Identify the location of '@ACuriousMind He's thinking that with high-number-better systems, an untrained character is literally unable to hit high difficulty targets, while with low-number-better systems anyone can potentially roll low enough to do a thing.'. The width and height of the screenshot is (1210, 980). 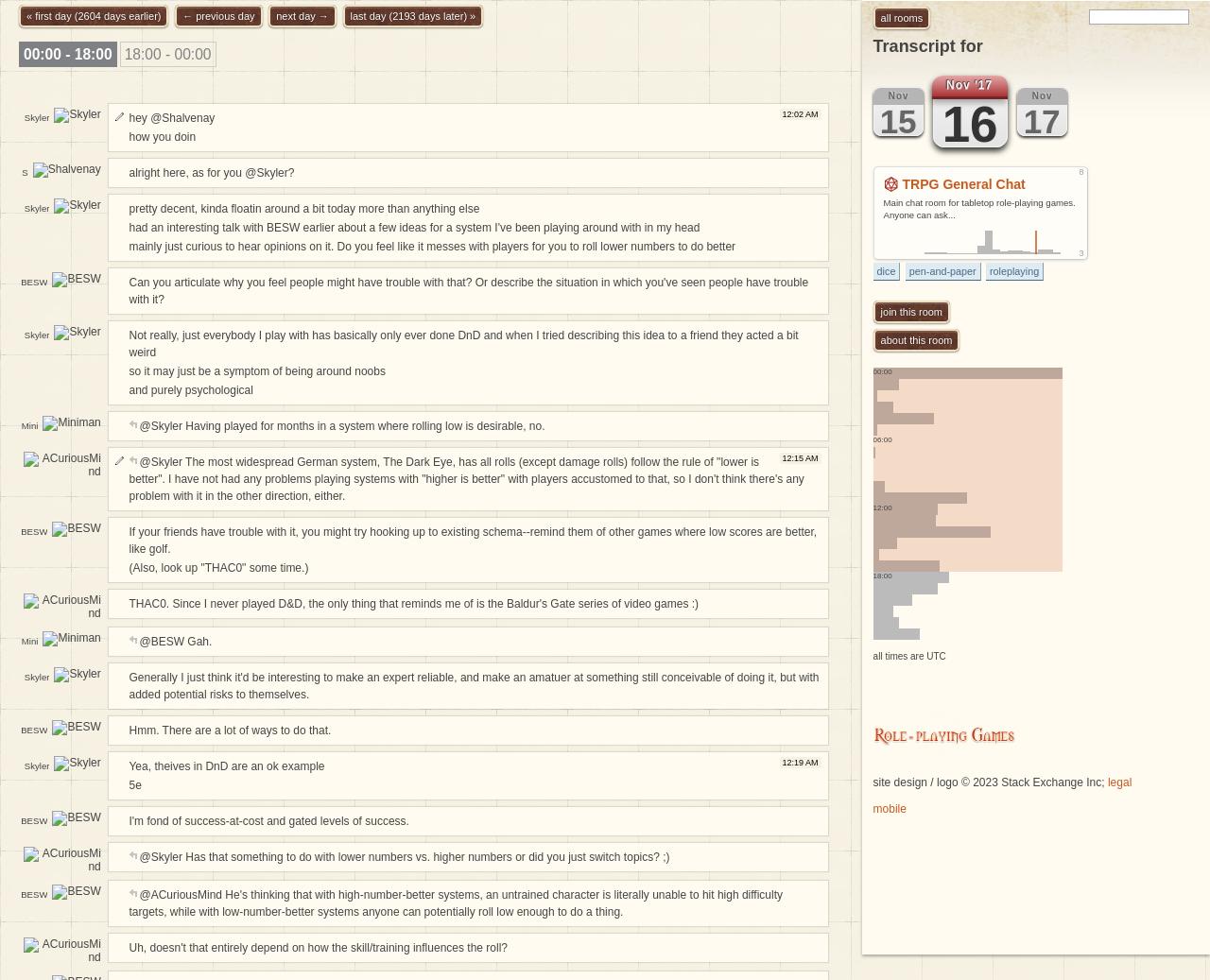
(127, 903).